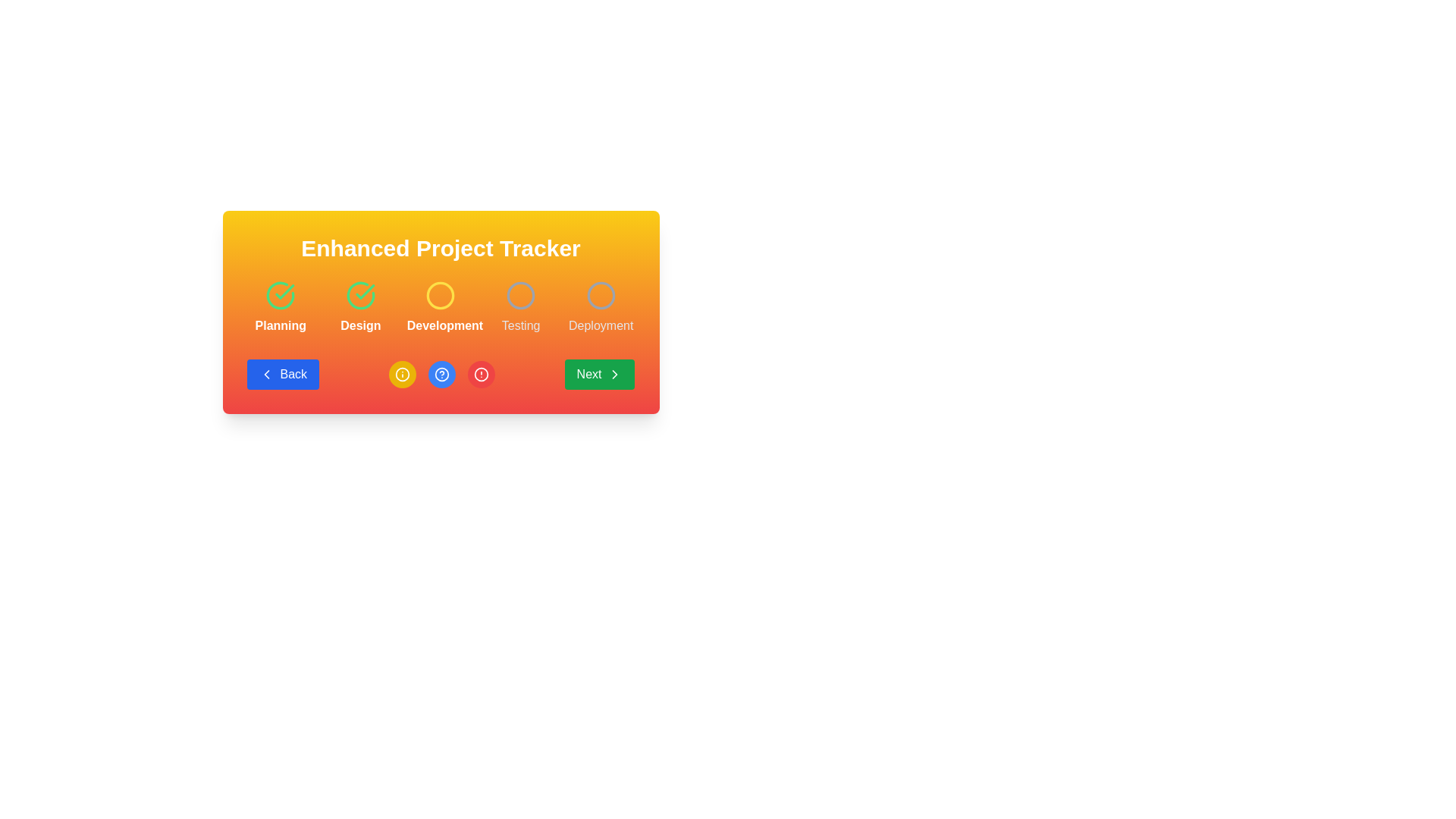 This screenshot has width=1456, height=819. Describe the element at coordinates (440, 307) in the screenshot. I see `the central 'Development' stage of the Progress Indicator with Steps` at that location.